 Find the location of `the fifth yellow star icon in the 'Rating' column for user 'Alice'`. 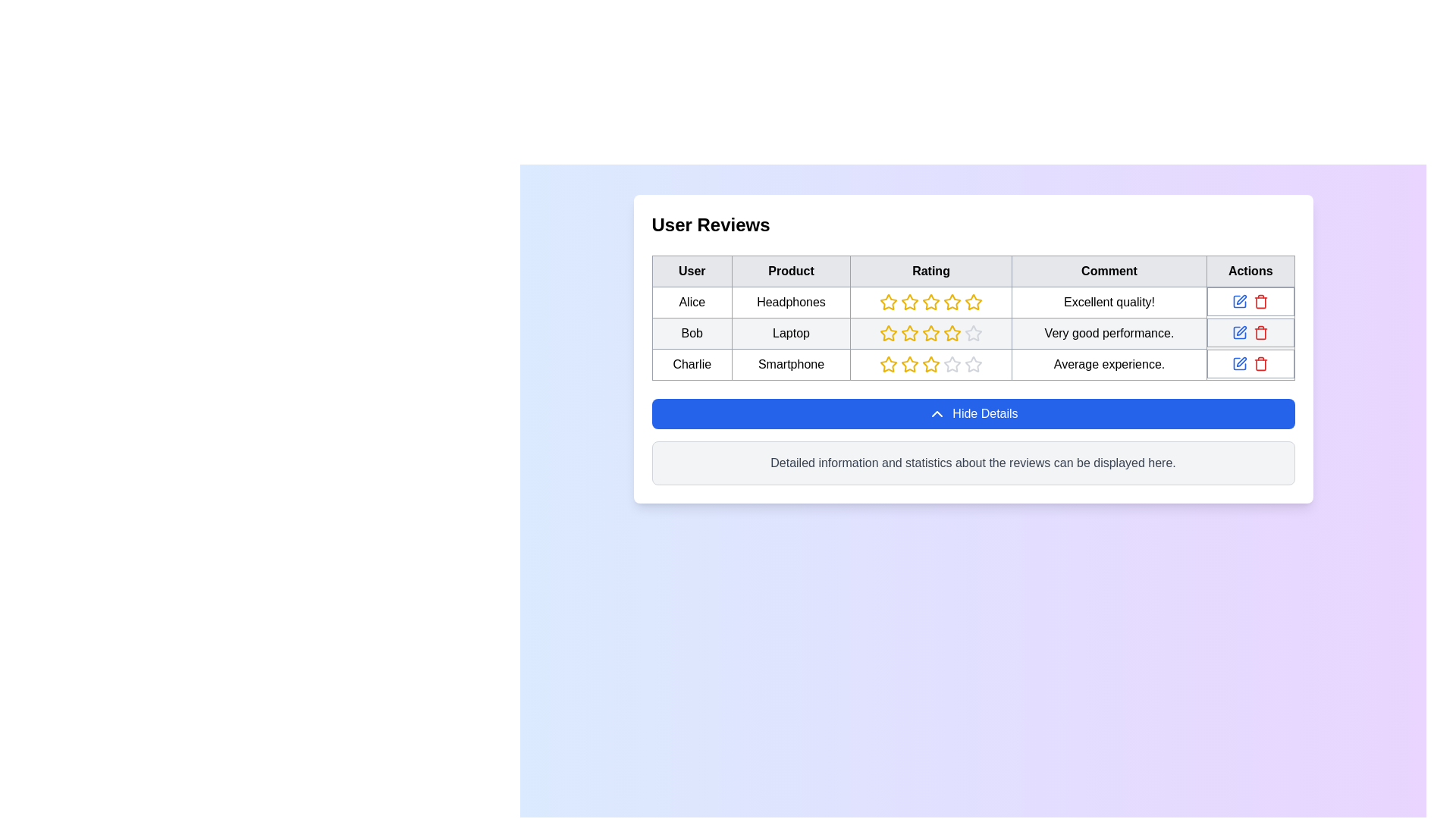

the fifth yellow star icon in the 'Rating' column for user 'Alice' is located at coordinates (974, 302).